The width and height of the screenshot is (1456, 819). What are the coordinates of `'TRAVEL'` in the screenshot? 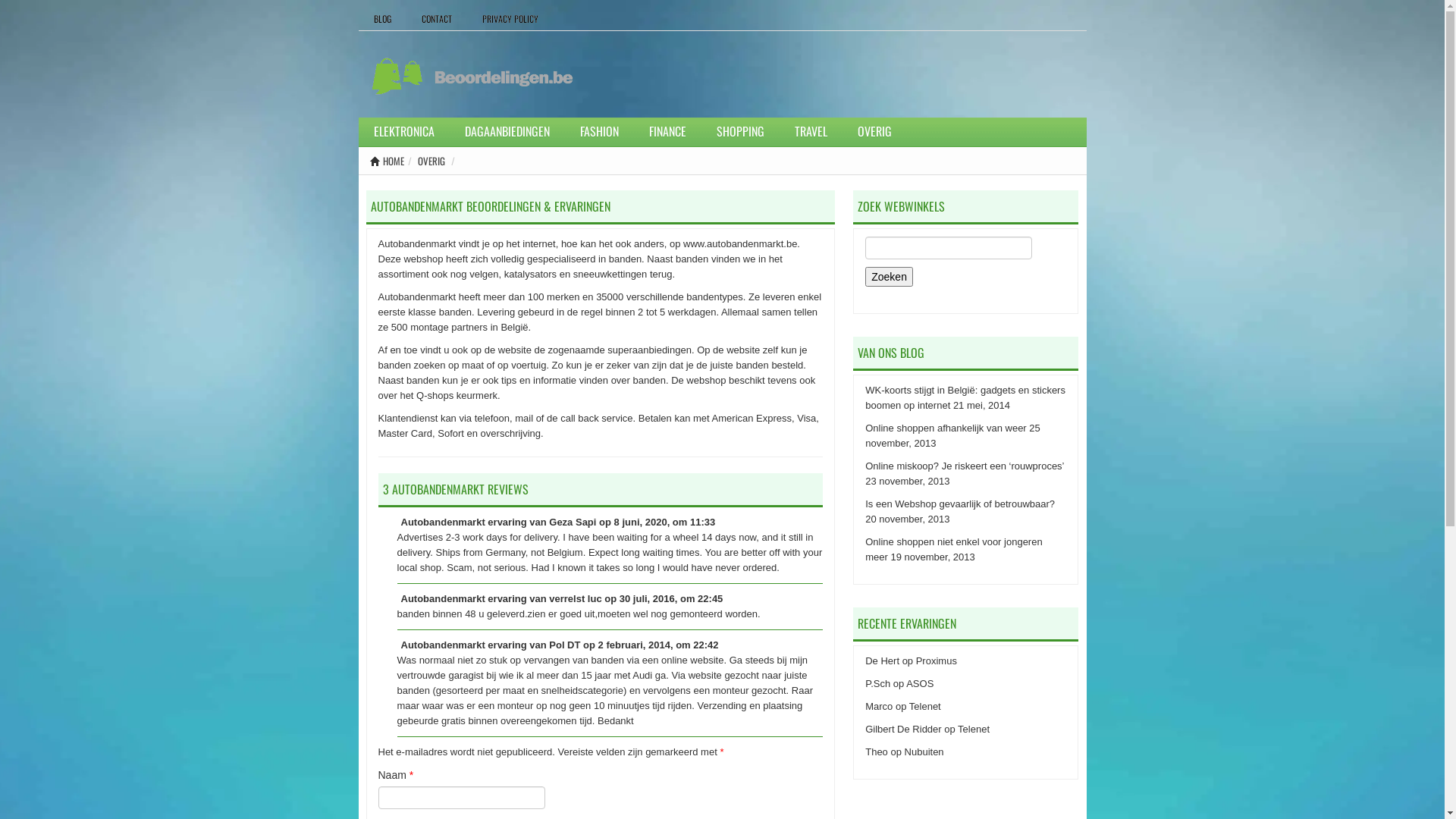 It's located at (779, 130).